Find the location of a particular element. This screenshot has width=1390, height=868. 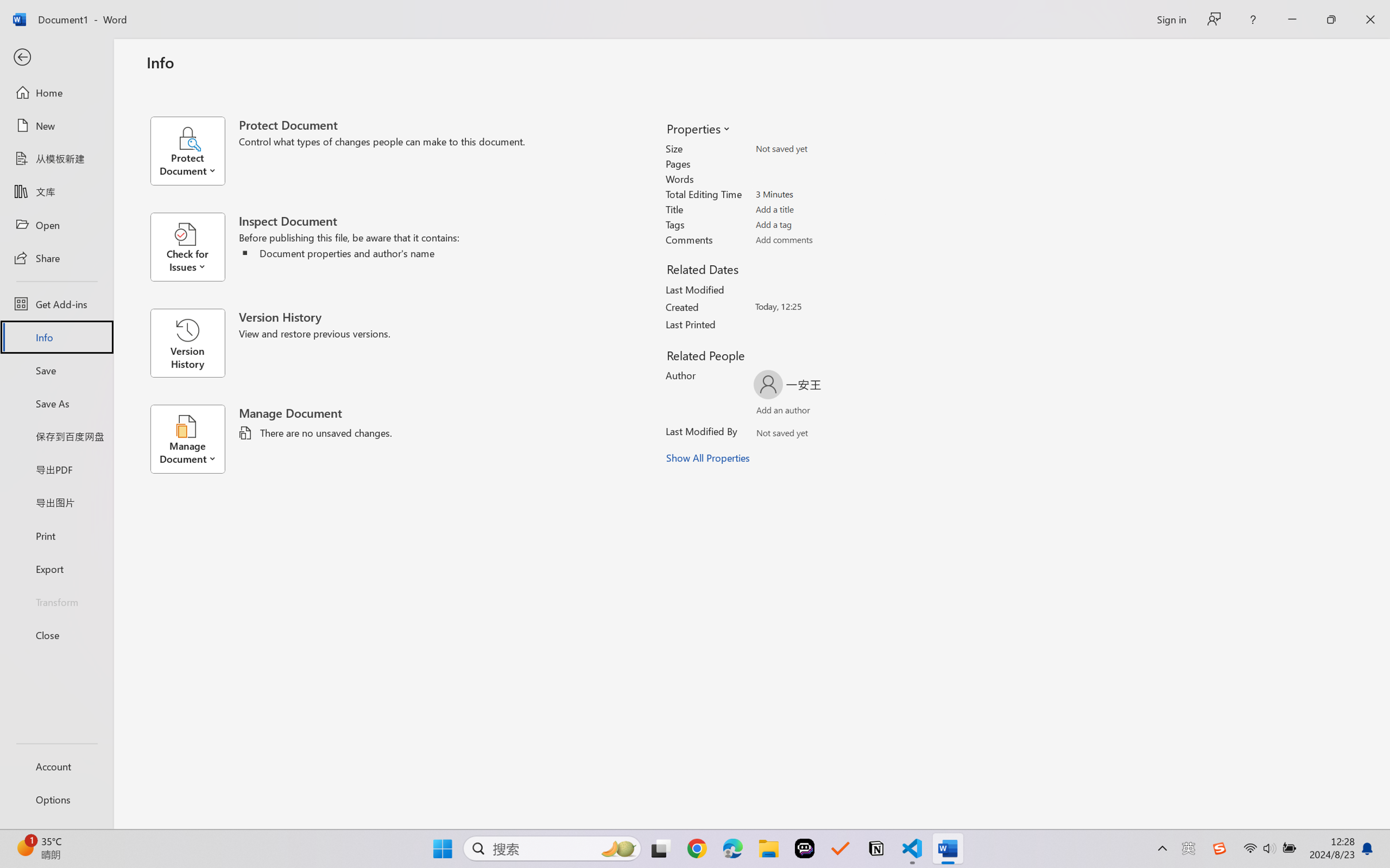

'Pages' is located at coordinates (819, 163).